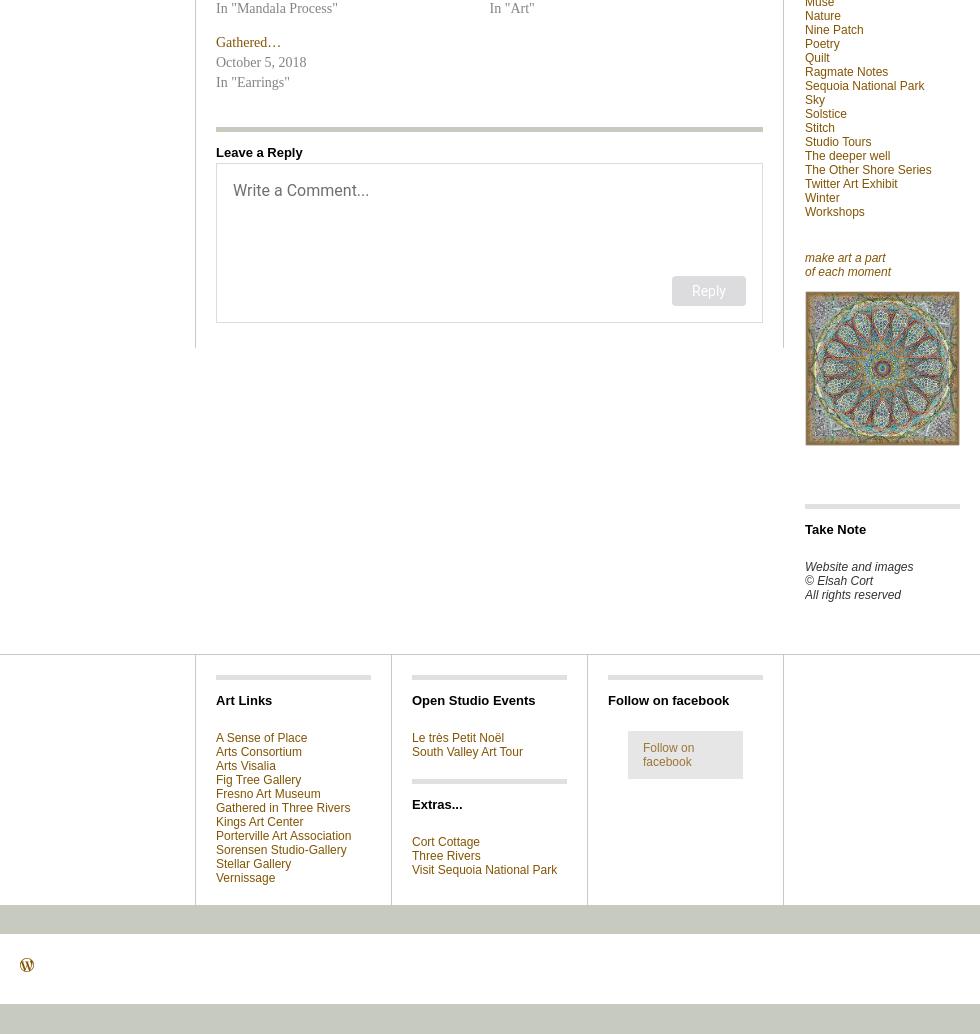 The image size is (980, 1034). I want to click on 'Nine Patch', so click(833, 29).